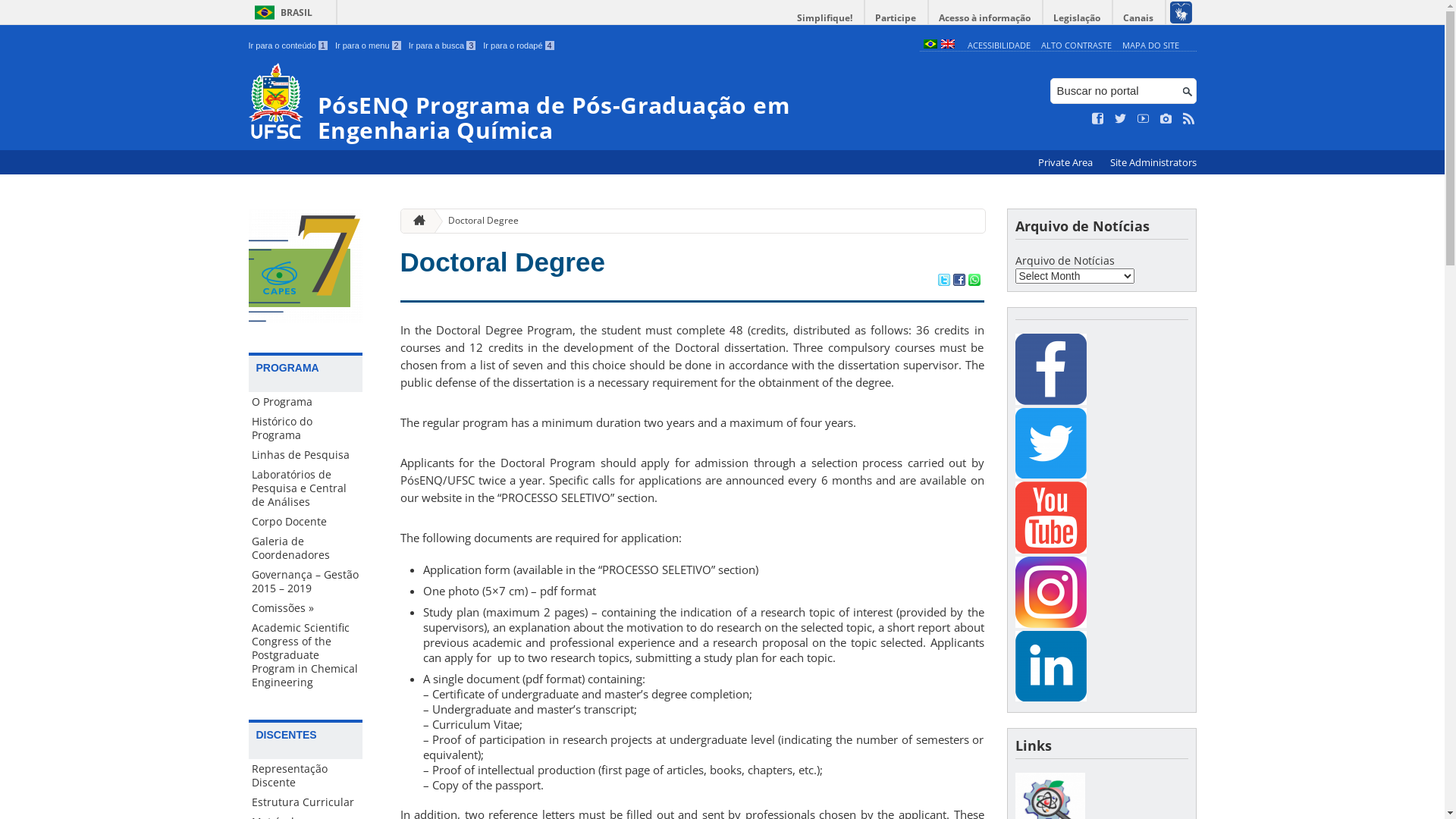  I want to click on 'BRASIL', so click(281, 12).